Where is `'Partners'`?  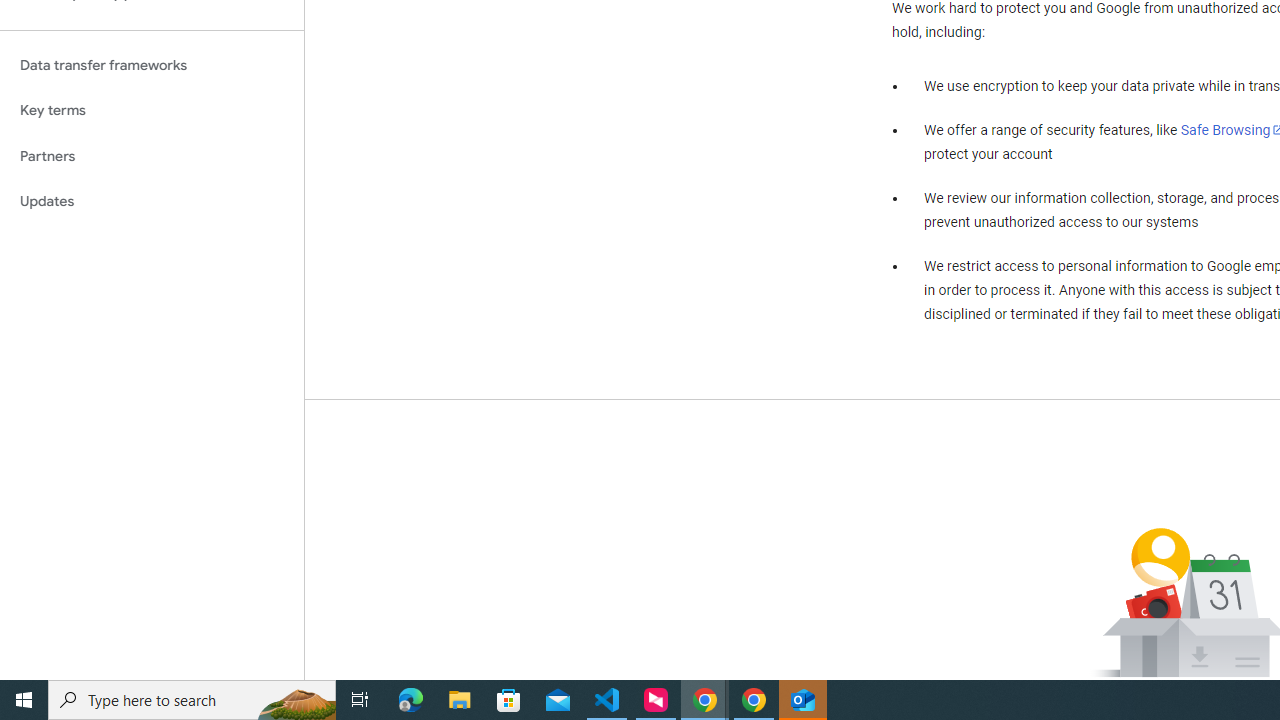 'Partners' is located at coordinates (151, 155).